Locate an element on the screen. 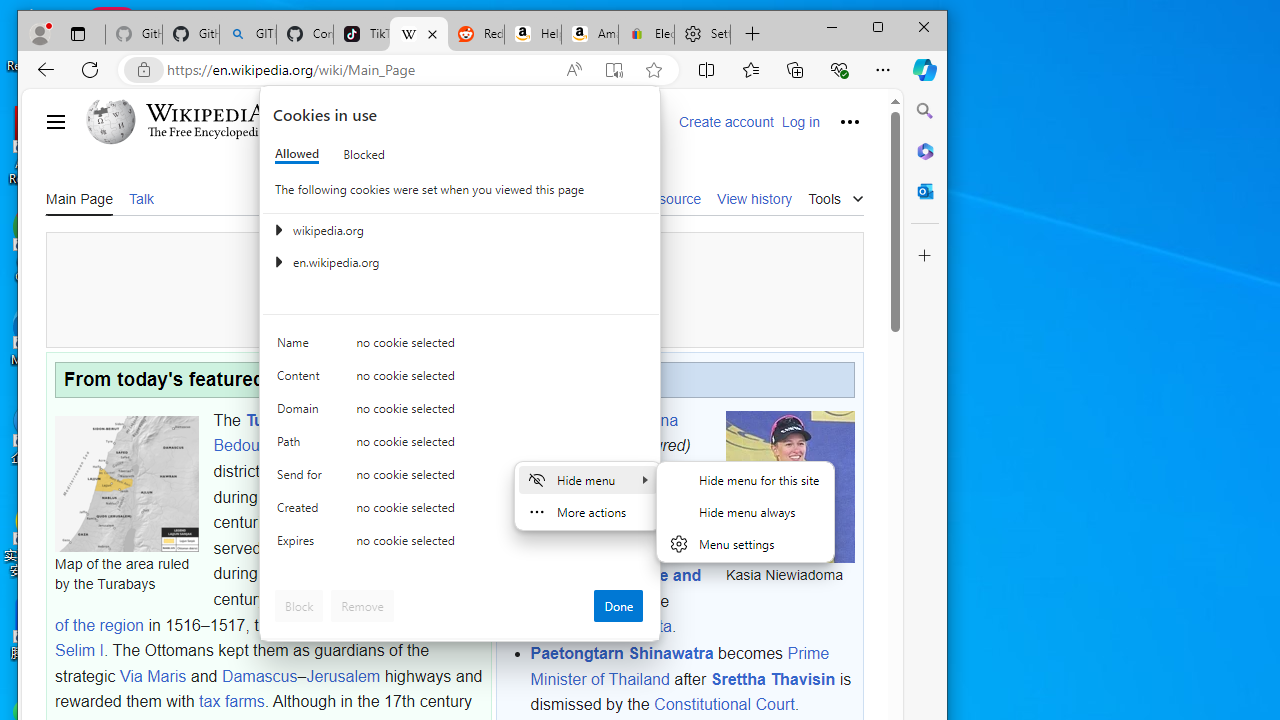  'Created' is located at coordinates (301, 511).